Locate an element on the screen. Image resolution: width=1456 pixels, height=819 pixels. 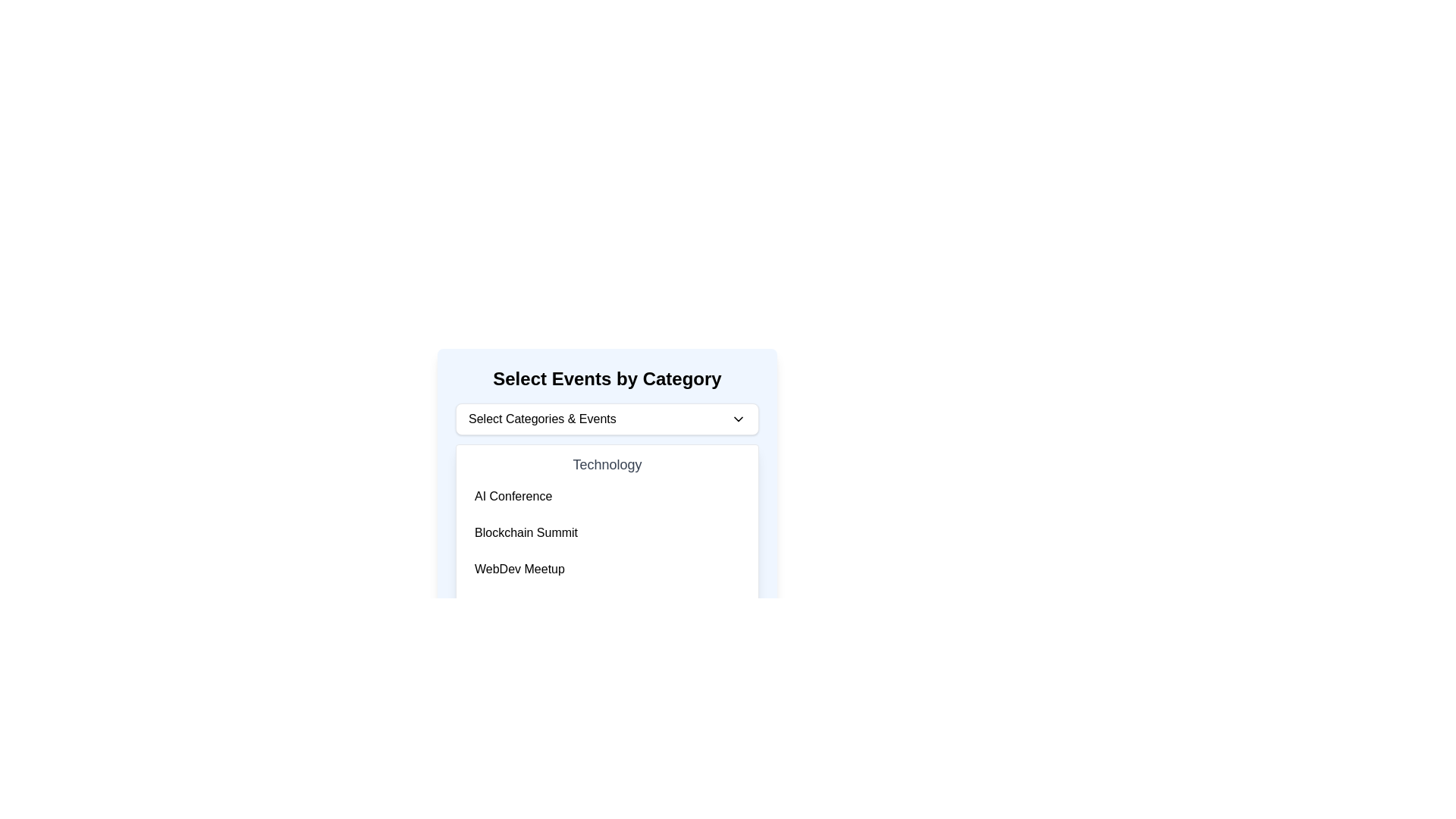
the 'WebDev Meetup' text label in the dropdown list under the 'Technology' category is located at coordinates (519, 570).